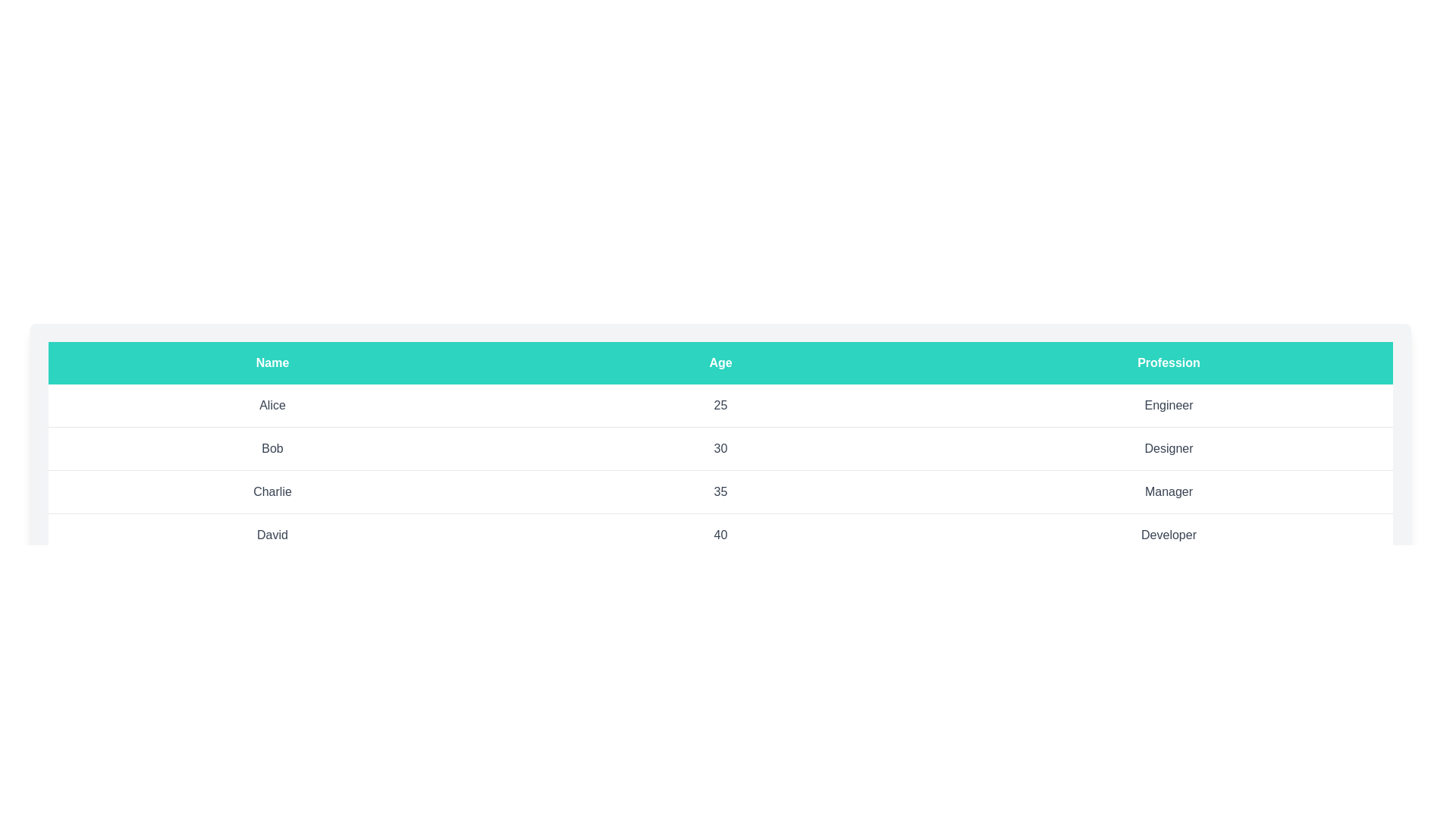 This screenshot has height=819, width=1456. Describe the element at coordinates (720, 491) in the screenshot. I see `the text element displaying the number '35', which is styled in gray and located in the third row under the 'Age' column of a structured table, positioned between 'Charlie' and 'Manager'` at that location.